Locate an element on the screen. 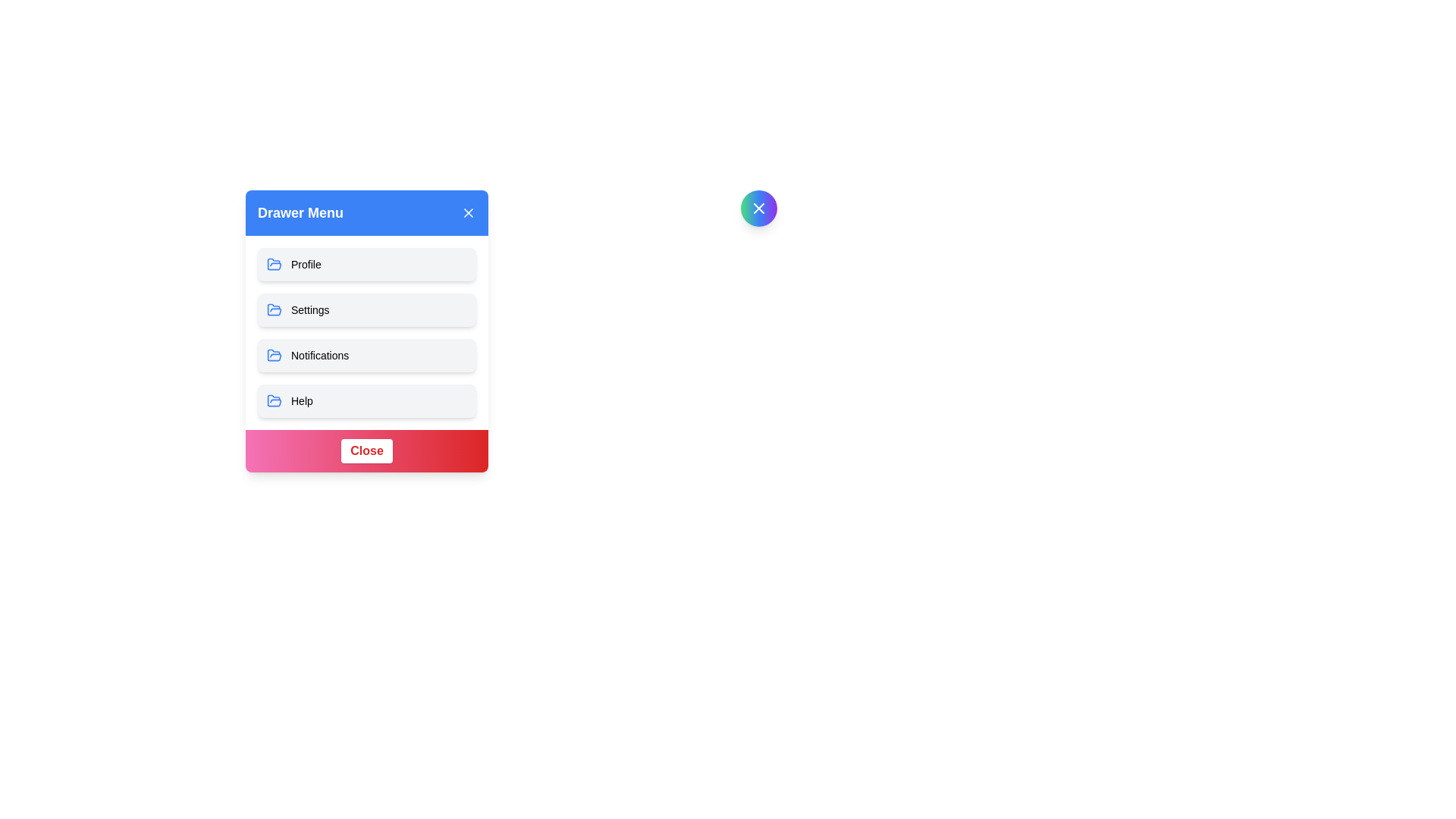  the 'Settings' label in the drawer menu, which is located between the 'Profile' and 'Notifications' options is located at coordinates (309, 309).